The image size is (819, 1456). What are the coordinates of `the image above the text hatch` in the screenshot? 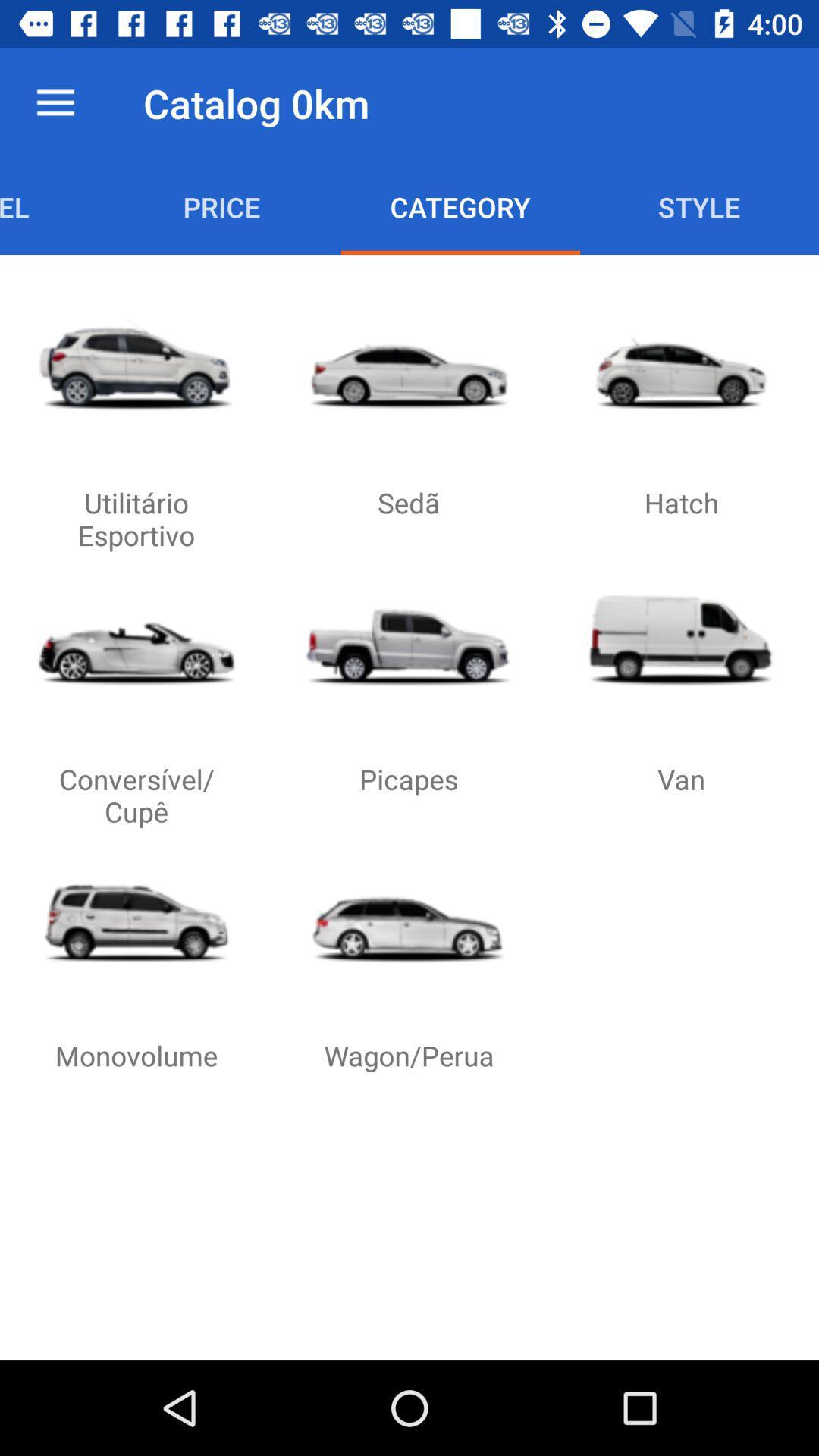 It's located at (680, 364).